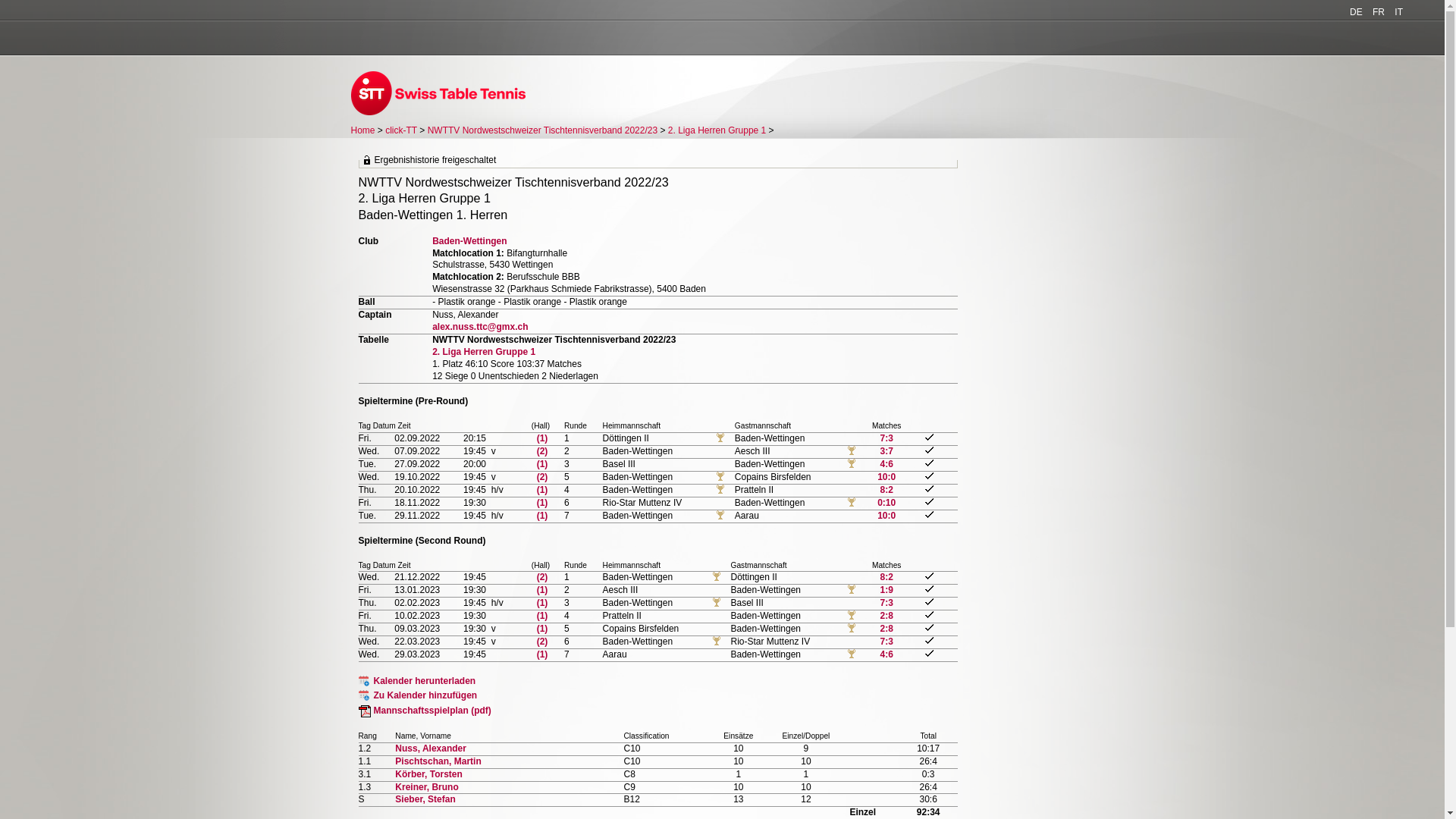 The width and height of the screenshot is (1456, 819). Describe the element at coordinates (431, 351) in the screenshot. I see `'2. Liga Herren Gruppe 1'` at that location.